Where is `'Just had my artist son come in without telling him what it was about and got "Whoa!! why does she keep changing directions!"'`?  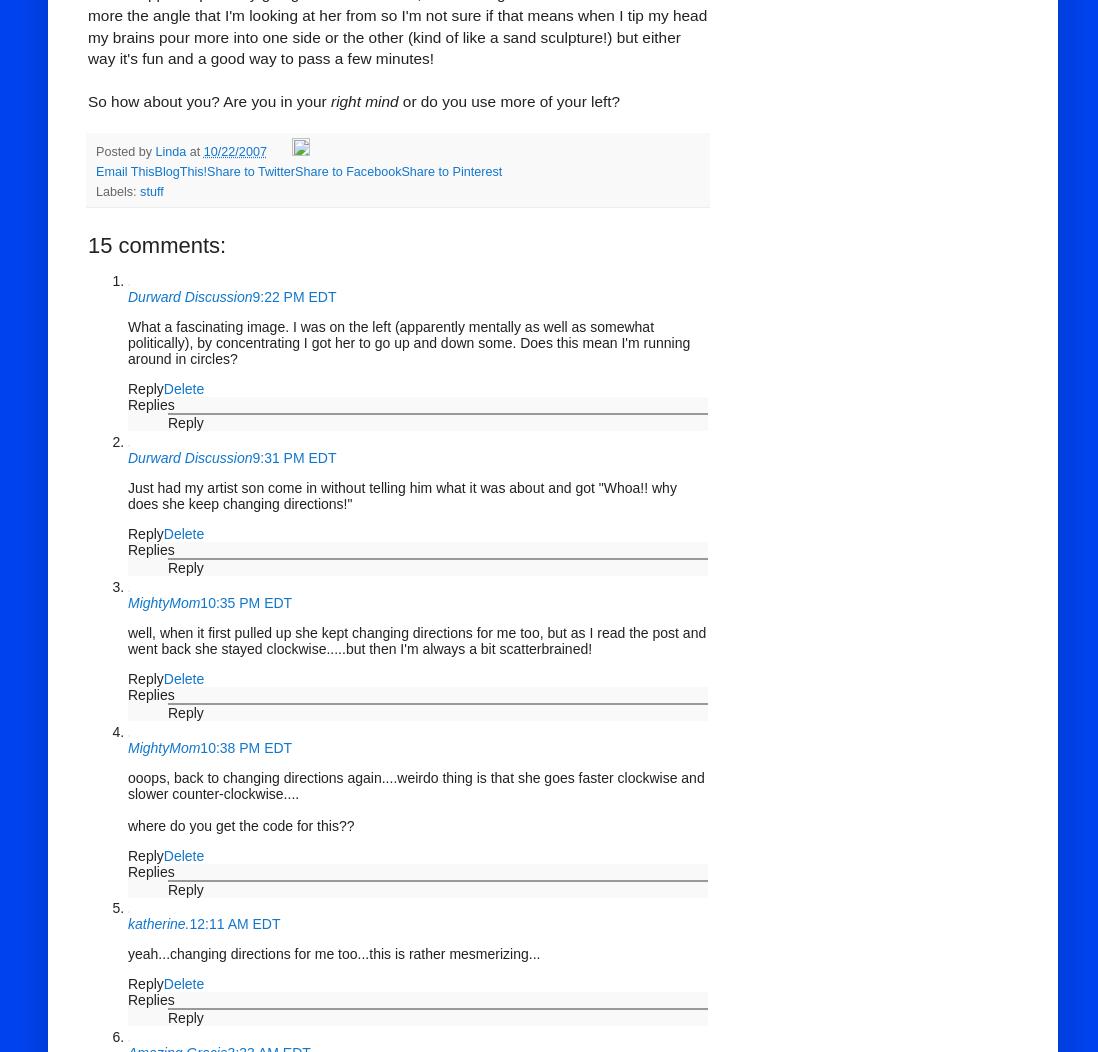 'Just had my artist son come in without telling him what it was about and got "Whoa!! why does she keep changing directions!"' is located at coordinates (400, 495).